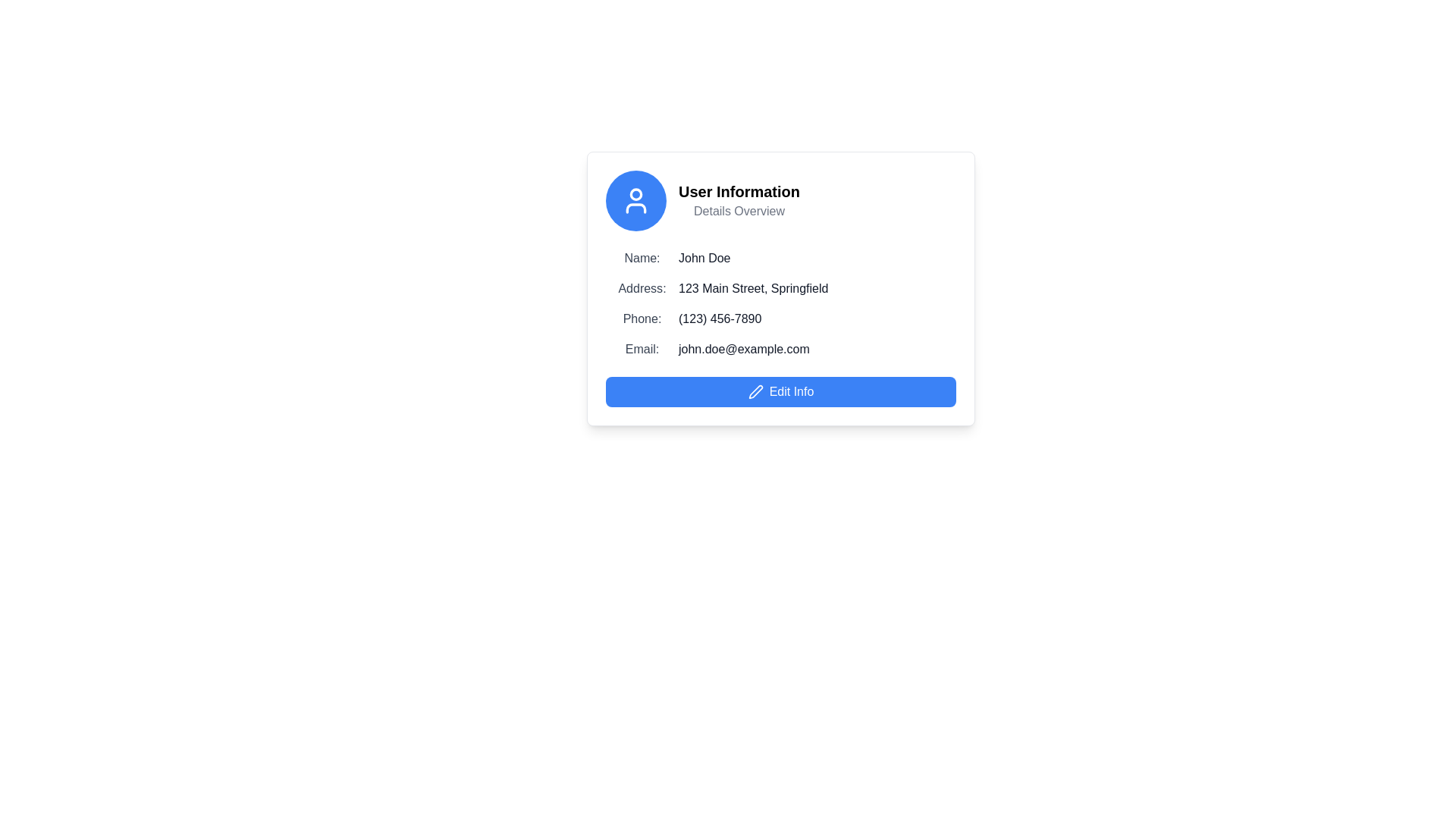 The height and width of the screenshot is (819, 1456). What do you see at coordinates (739, 191) in the screenshot?
I see `the 'User Information' label, which is styled with bold font and larger size, located at the top-left corner of the content card above 'Details Overview'` at bounding box center [739, 191].